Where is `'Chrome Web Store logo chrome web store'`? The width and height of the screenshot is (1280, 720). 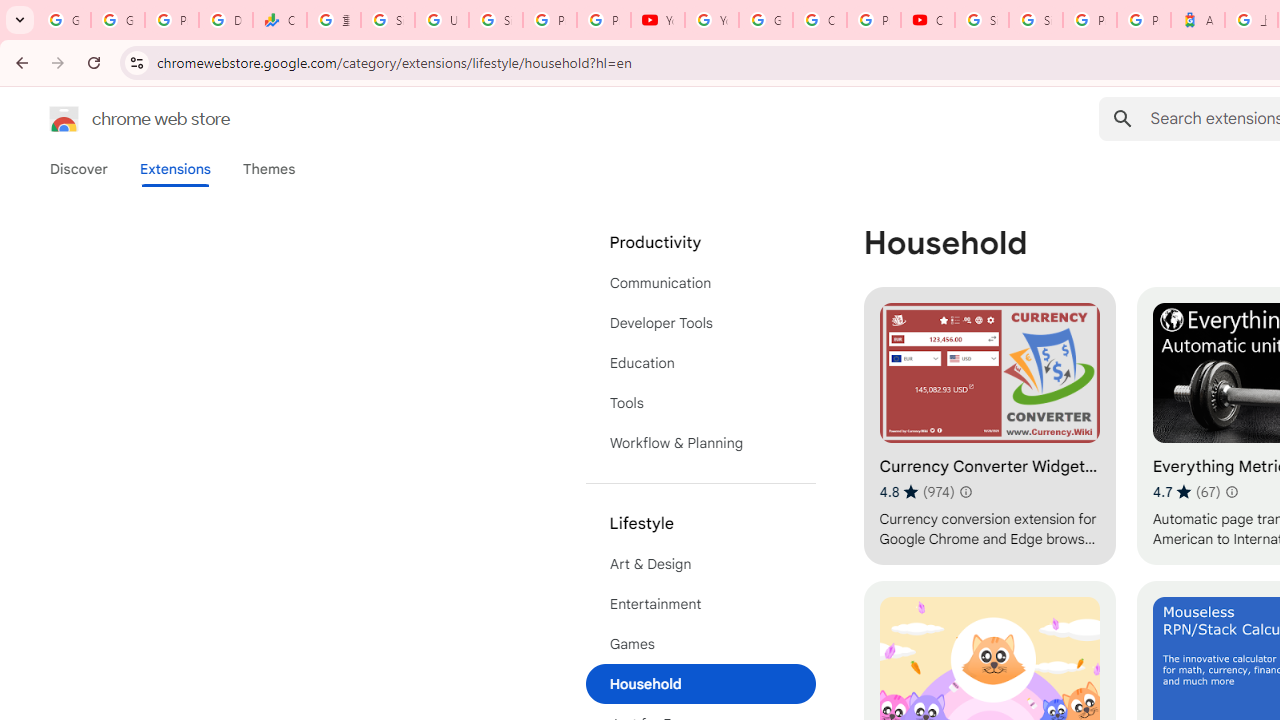
'Chrome Web Store logo chrome web store' is located at coordinates (118, 119).